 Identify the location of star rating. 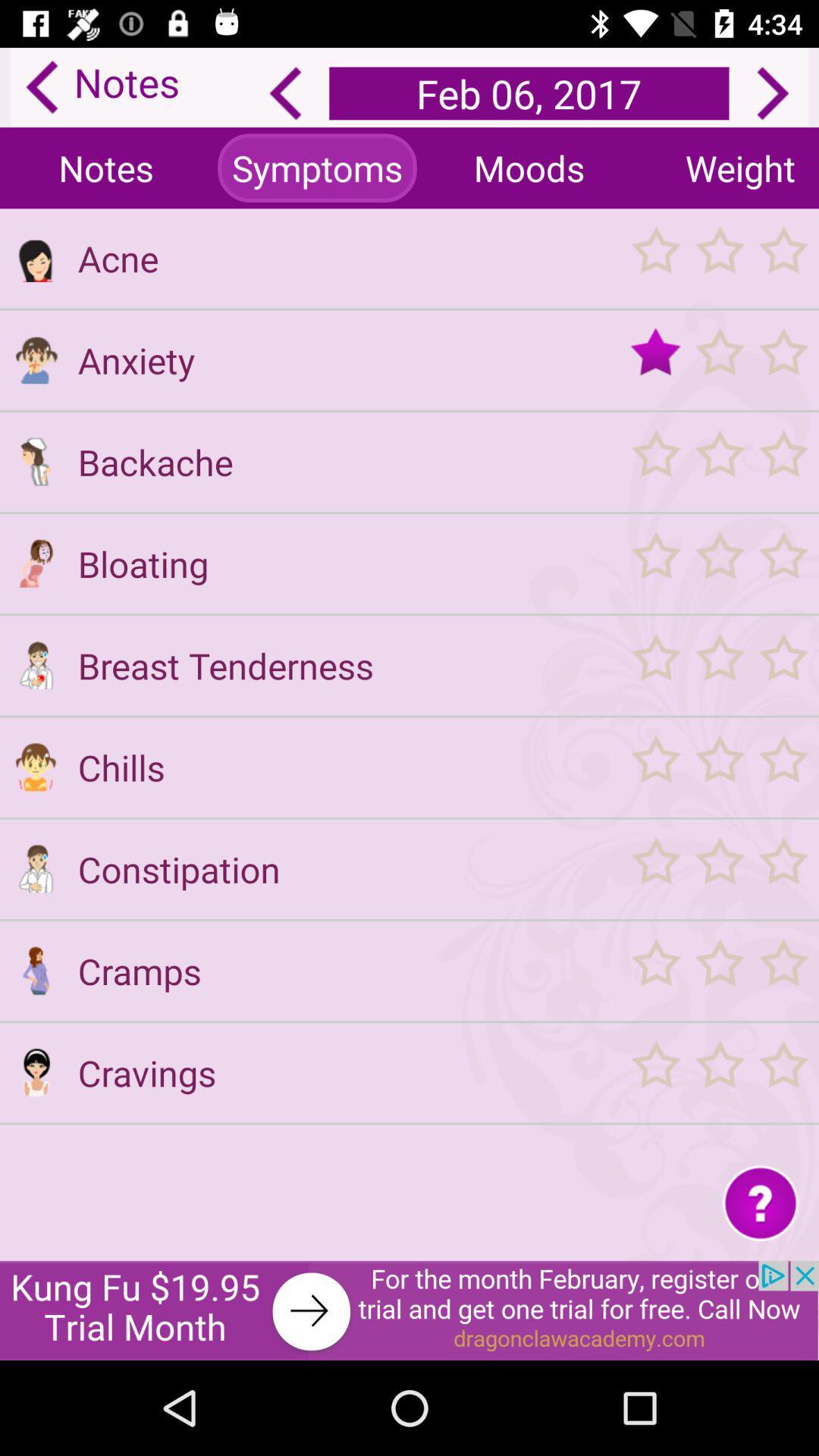
(718, 869).